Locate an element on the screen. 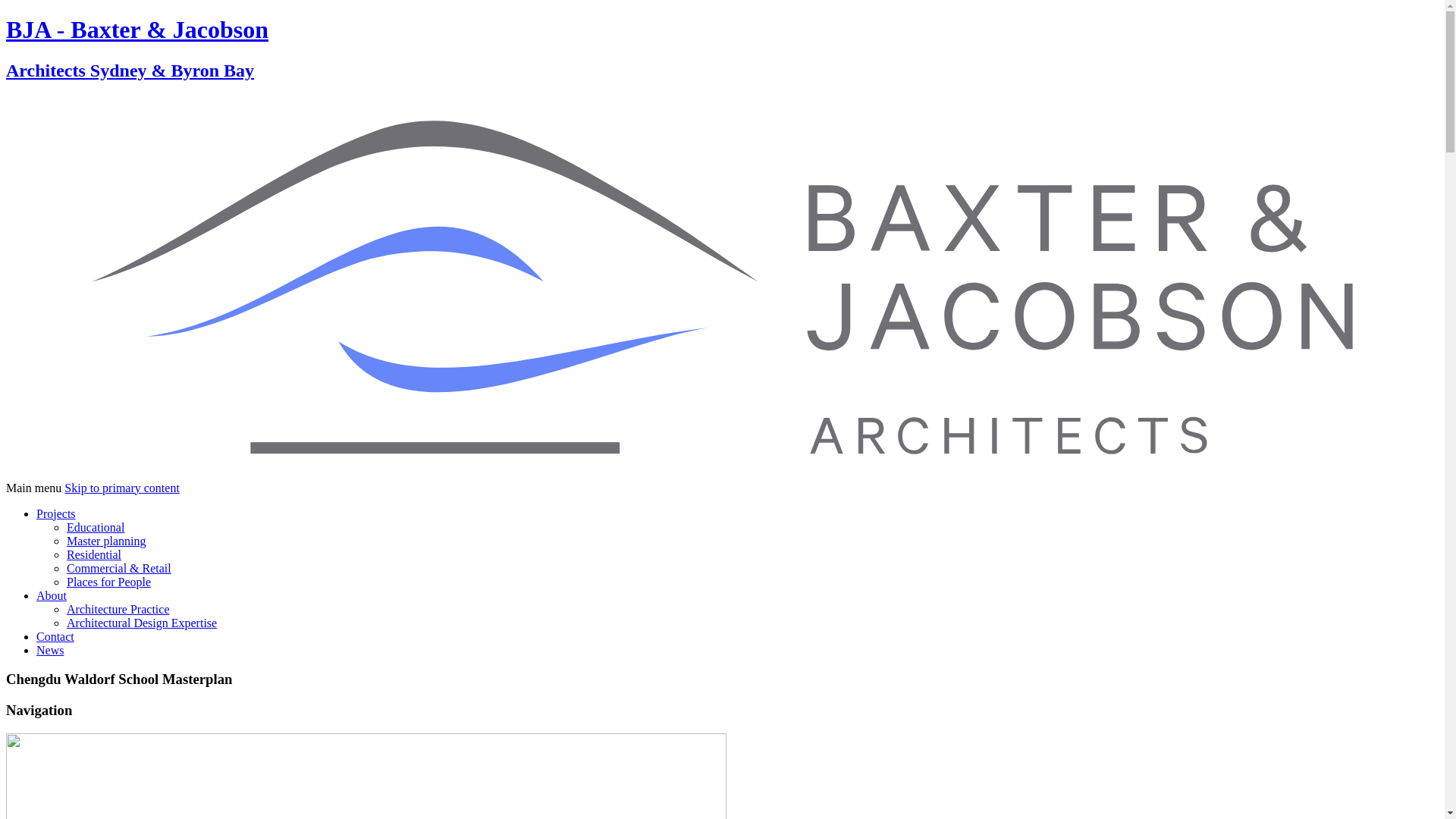 The height and width of the screenshot is (819, 1456). 'Architectural Design Expertise' is located at coordinates (142, 622).